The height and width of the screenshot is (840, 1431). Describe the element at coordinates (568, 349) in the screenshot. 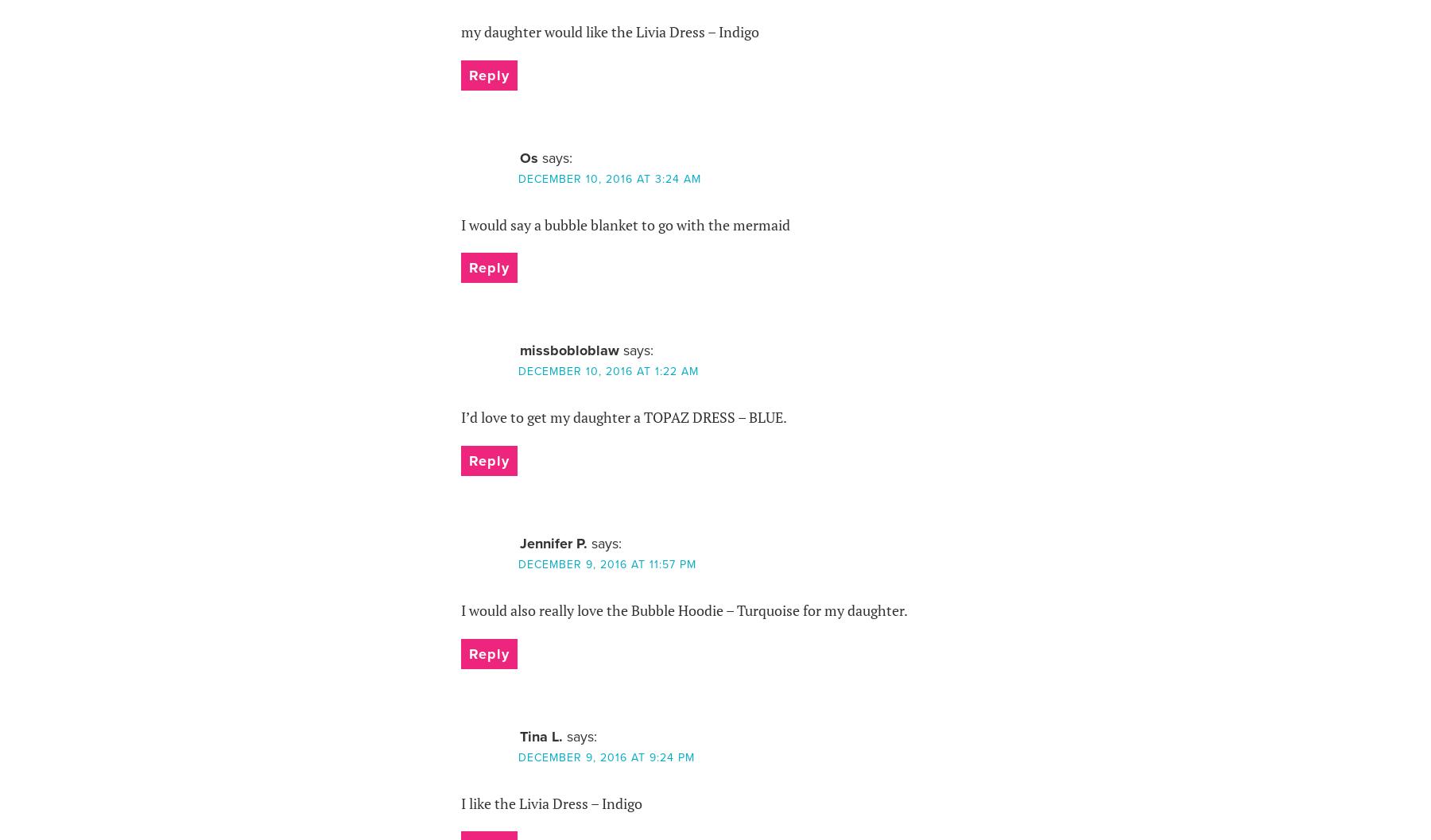

I see `'missbobloblaw'` at that location.